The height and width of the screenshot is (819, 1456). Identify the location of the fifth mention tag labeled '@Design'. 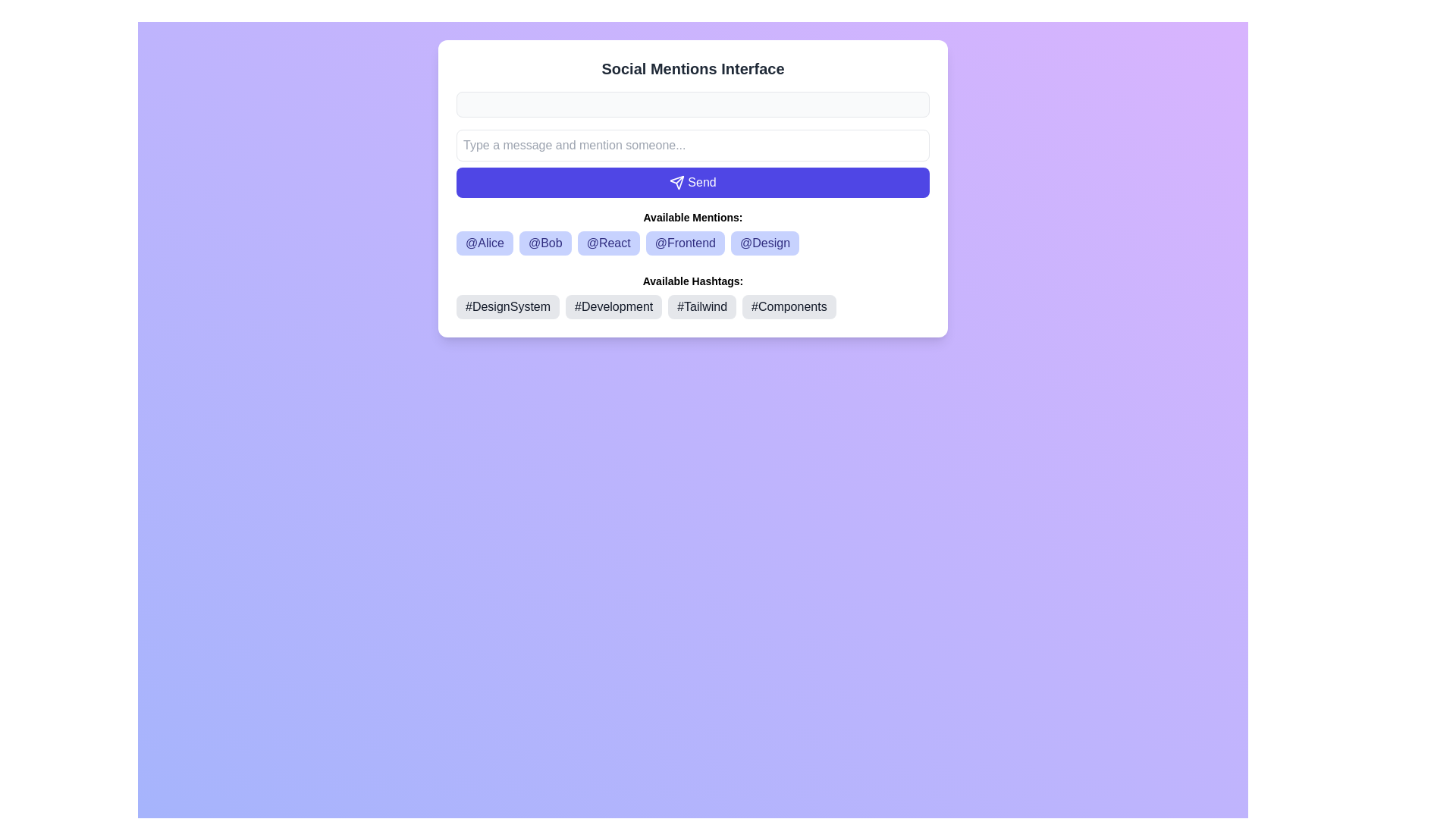
(764, 242).